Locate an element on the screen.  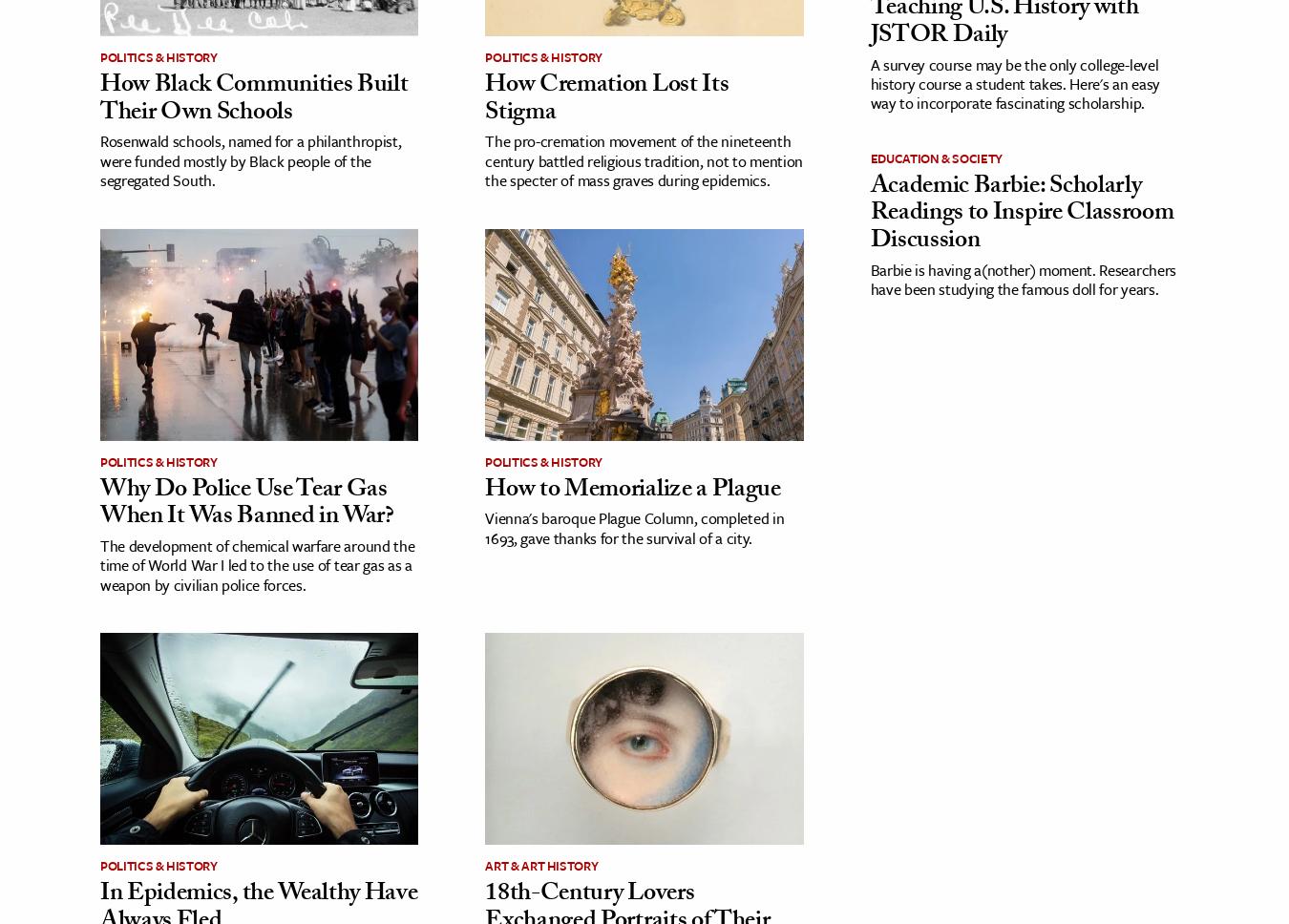
'The development of chemical warfare around the time of World War I led to the use of tear gas as a weapon by civilian police forces.' is located at coordinates (99, 564).